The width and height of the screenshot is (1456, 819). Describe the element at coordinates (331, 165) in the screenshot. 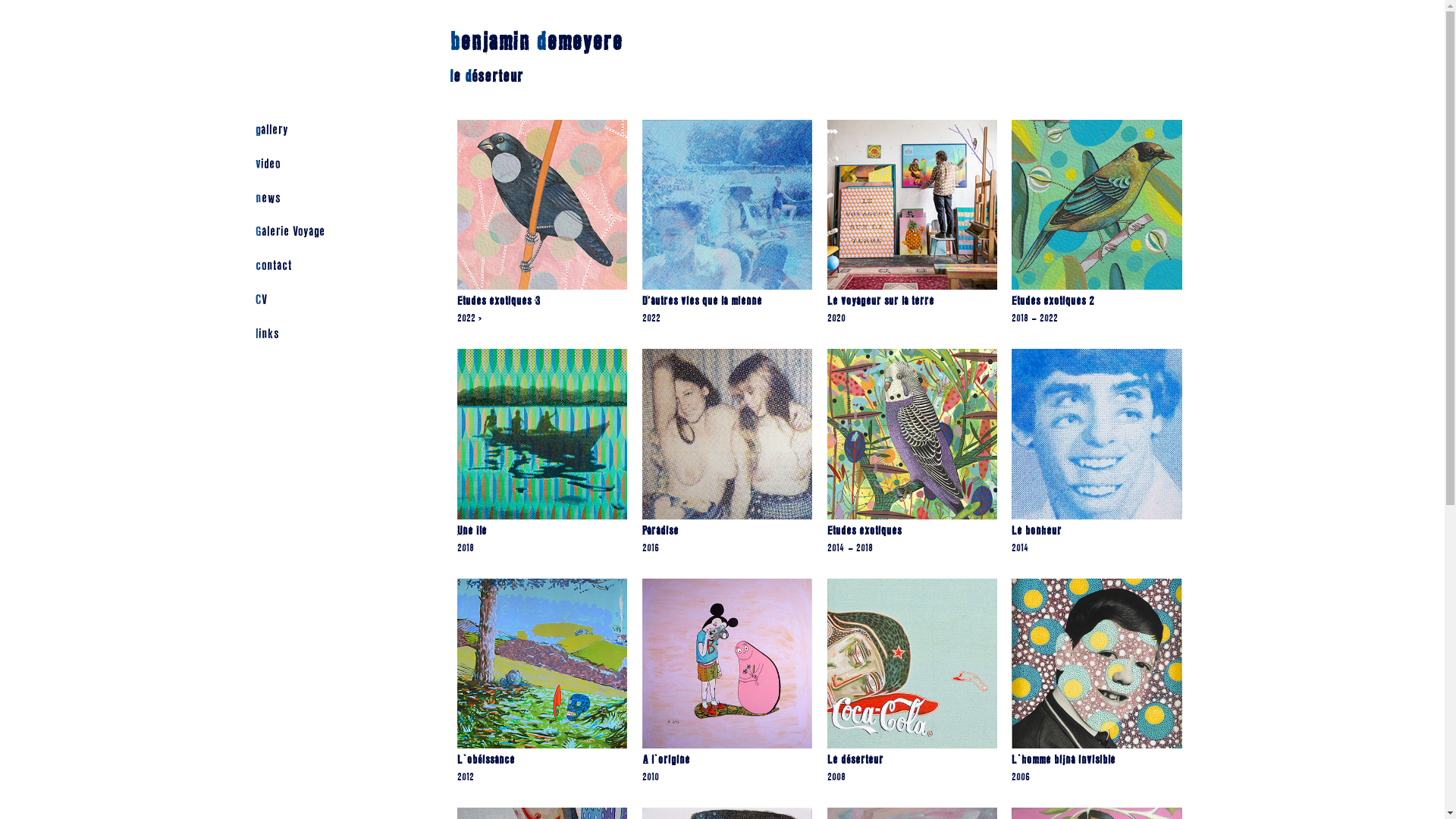

I see `'video'` at that location.